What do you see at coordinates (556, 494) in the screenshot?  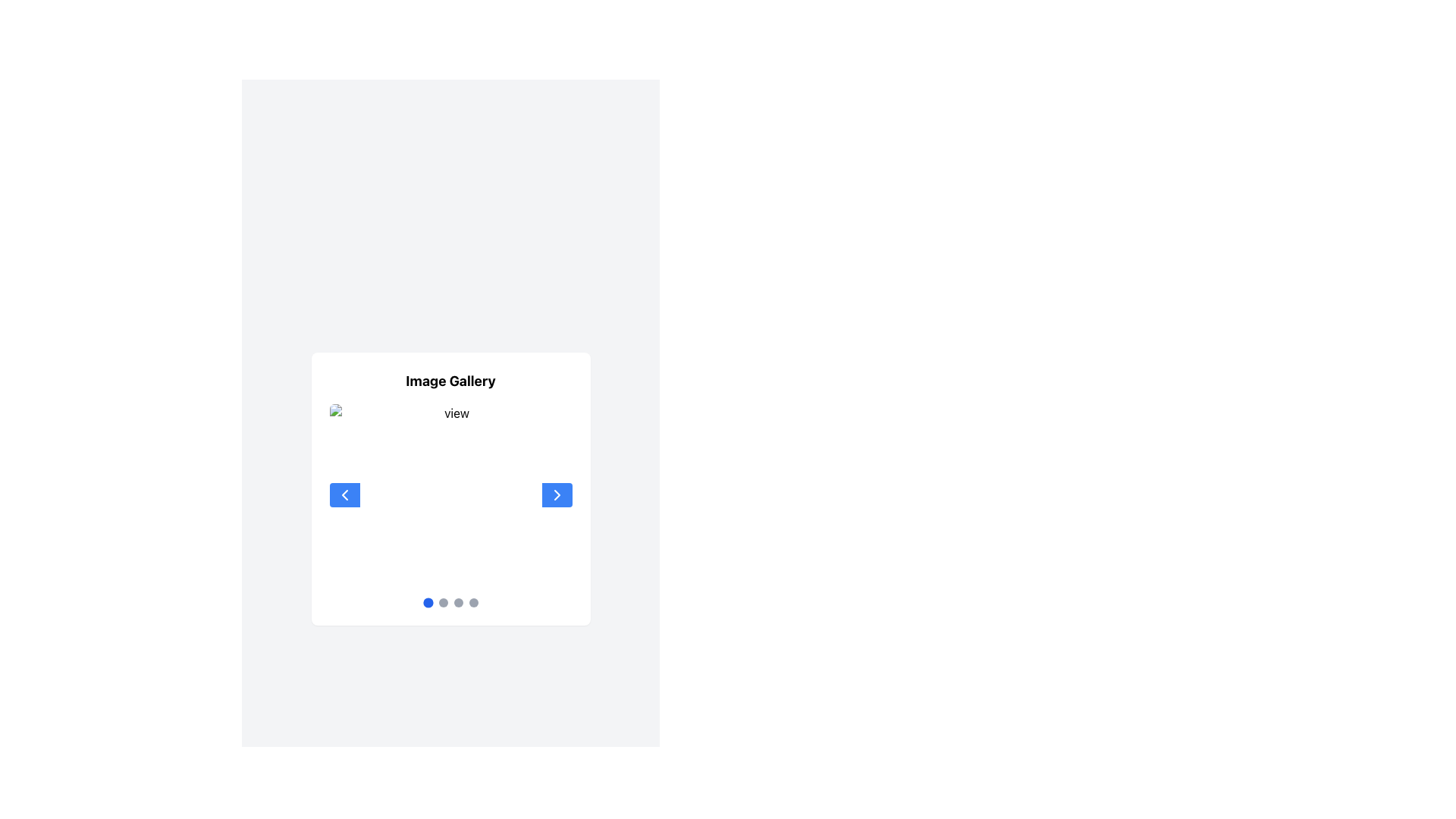 I see `the right-pointing chevron icon that is part of the 'Next Image' button to trigger a visual or informational cue` at bounding box center [556, 494].